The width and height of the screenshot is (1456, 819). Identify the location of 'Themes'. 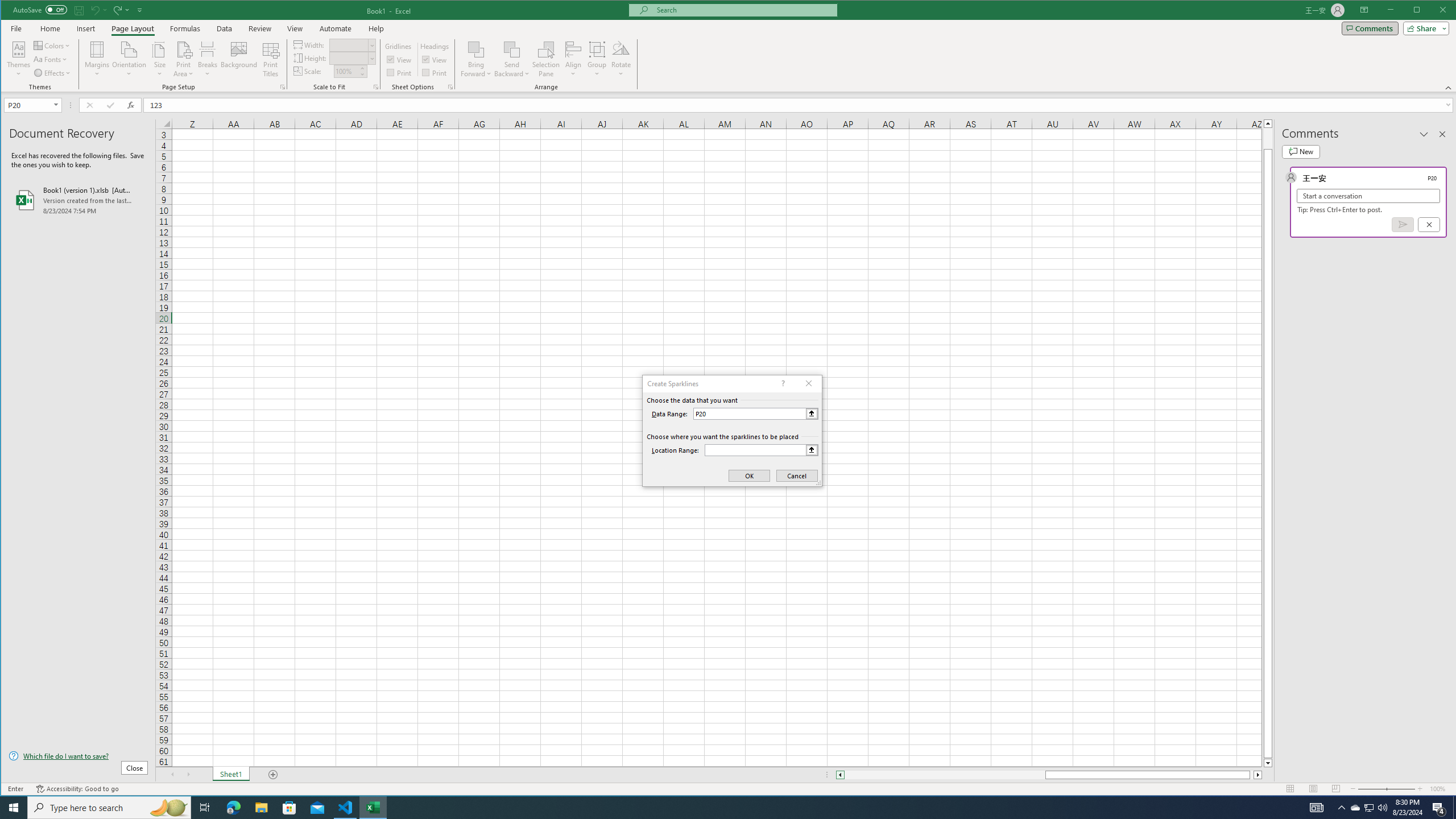
(18, 59).